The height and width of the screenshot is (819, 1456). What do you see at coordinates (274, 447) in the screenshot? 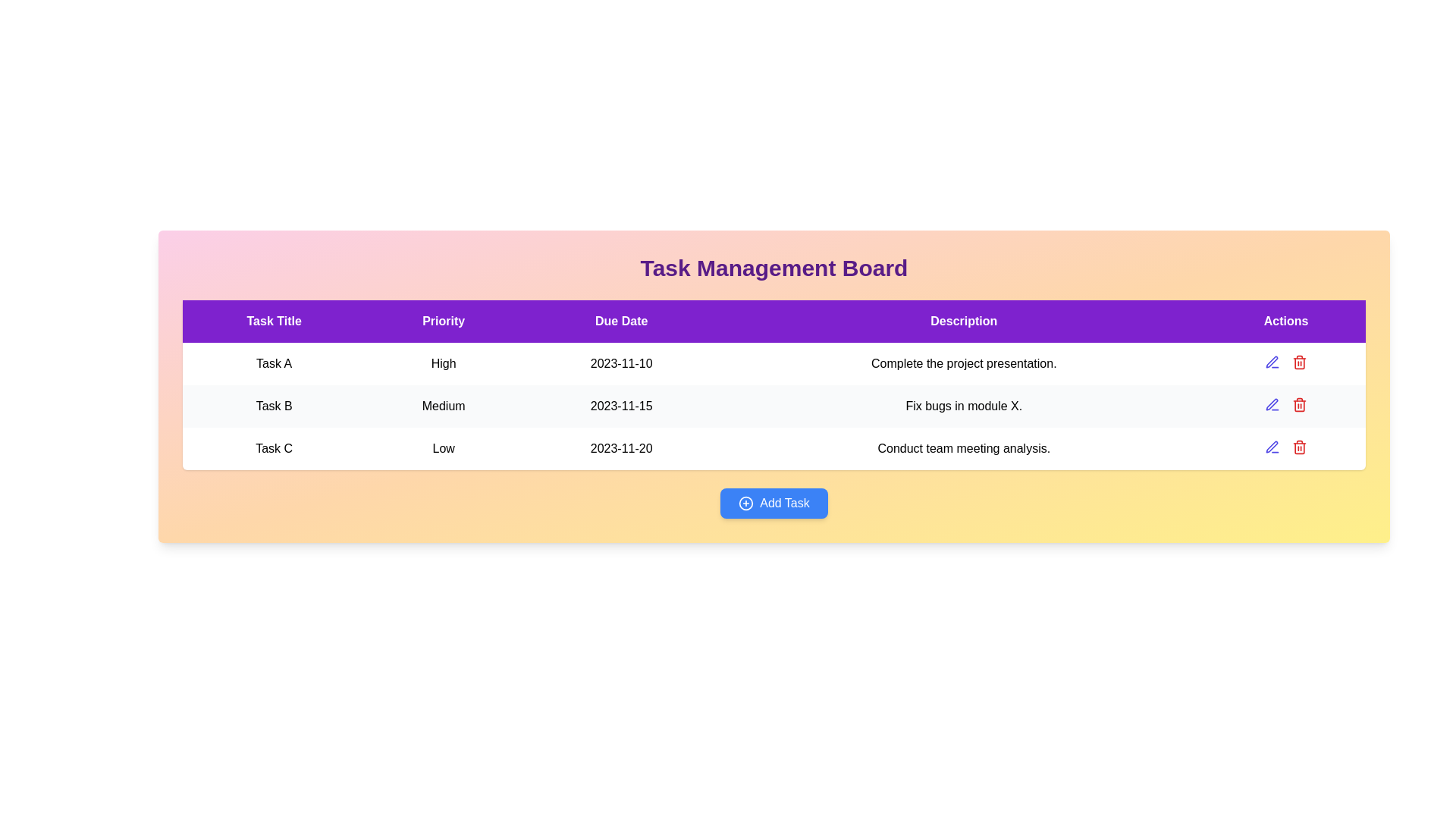
I see `the Text label reading 'Task C' located in the first column, third row of the table under the 'Task Title' header` at bounding box center [274, 447].